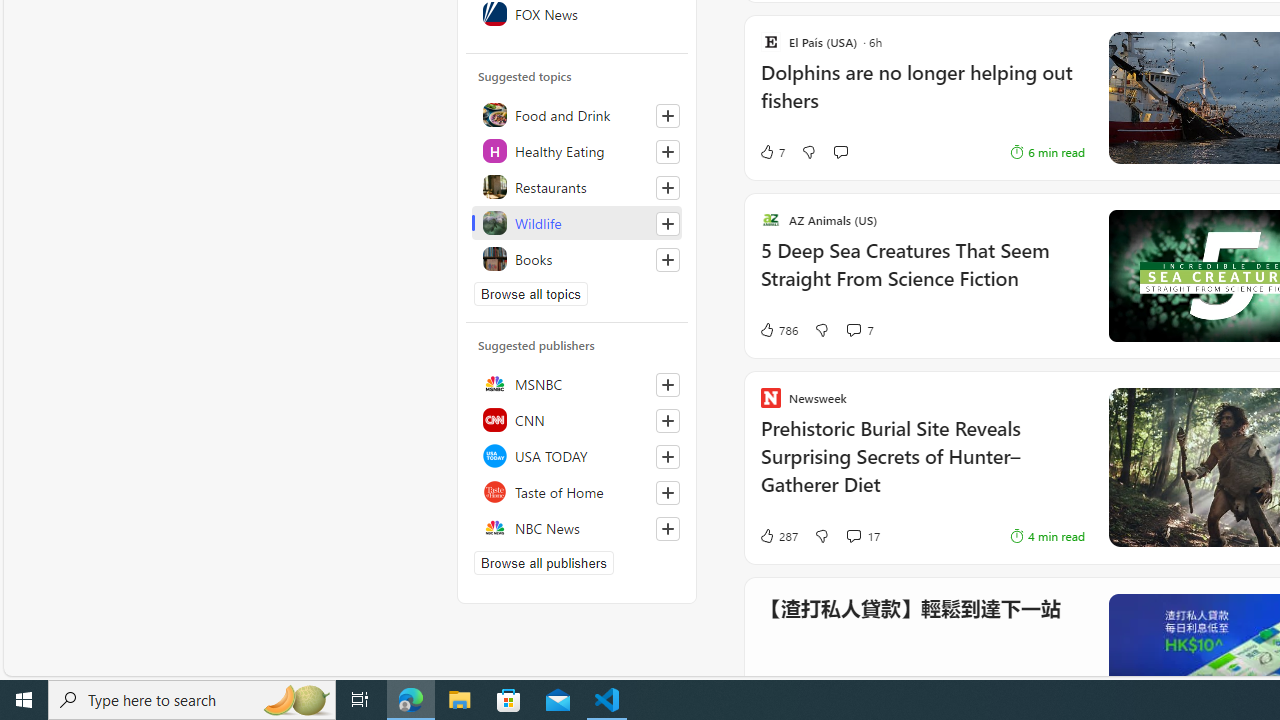 The image size is (1280, 720). What do you see at coordinates (859, 329) in the screenshot?
I see `'View comments 7 Comment'` at bounding box center [859, 329].